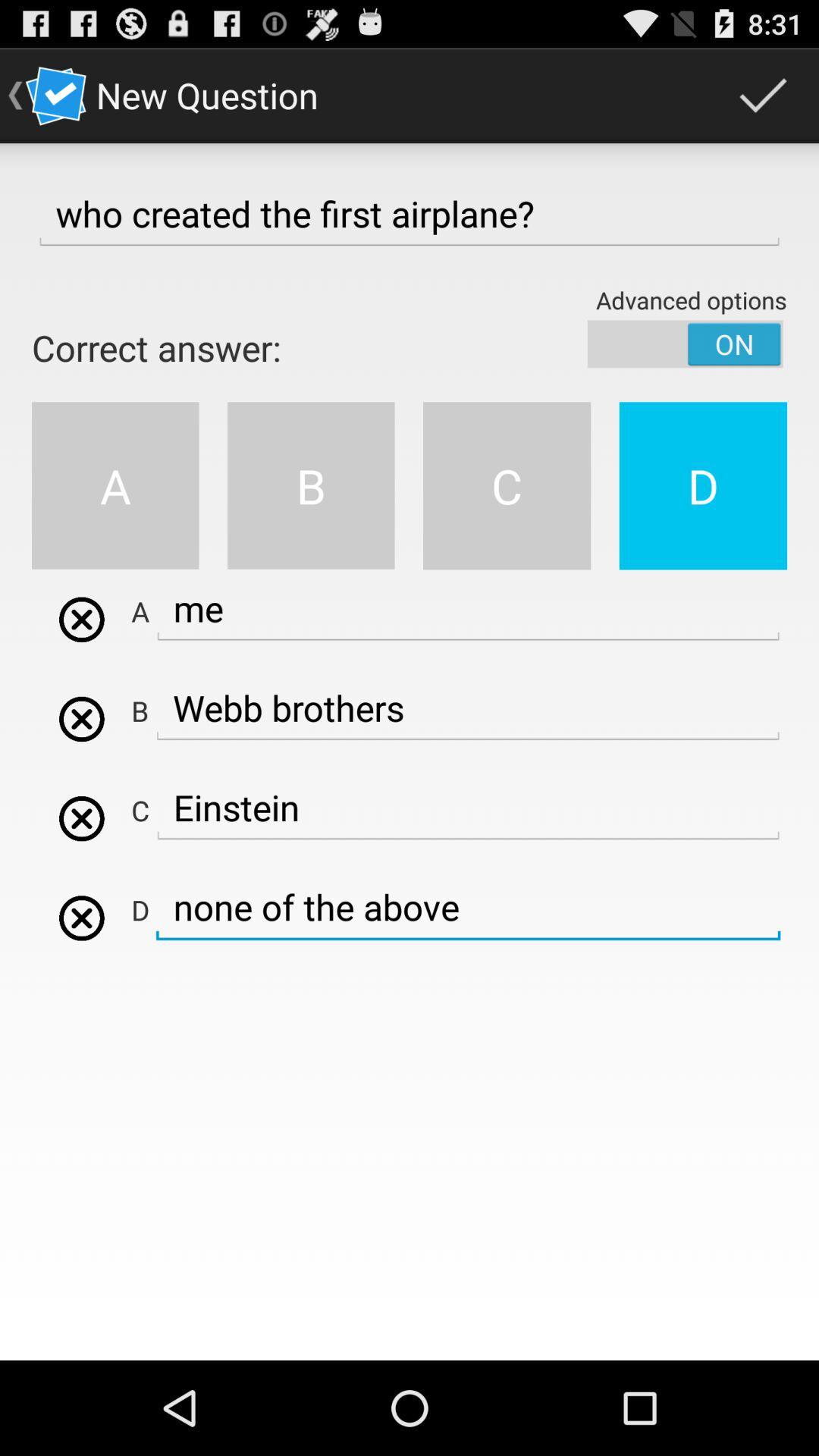 This screenshot has height=1456, width=819. Describe the element at coordinates (81, 817) in the screenshot. I see `remove choice c` at that location.